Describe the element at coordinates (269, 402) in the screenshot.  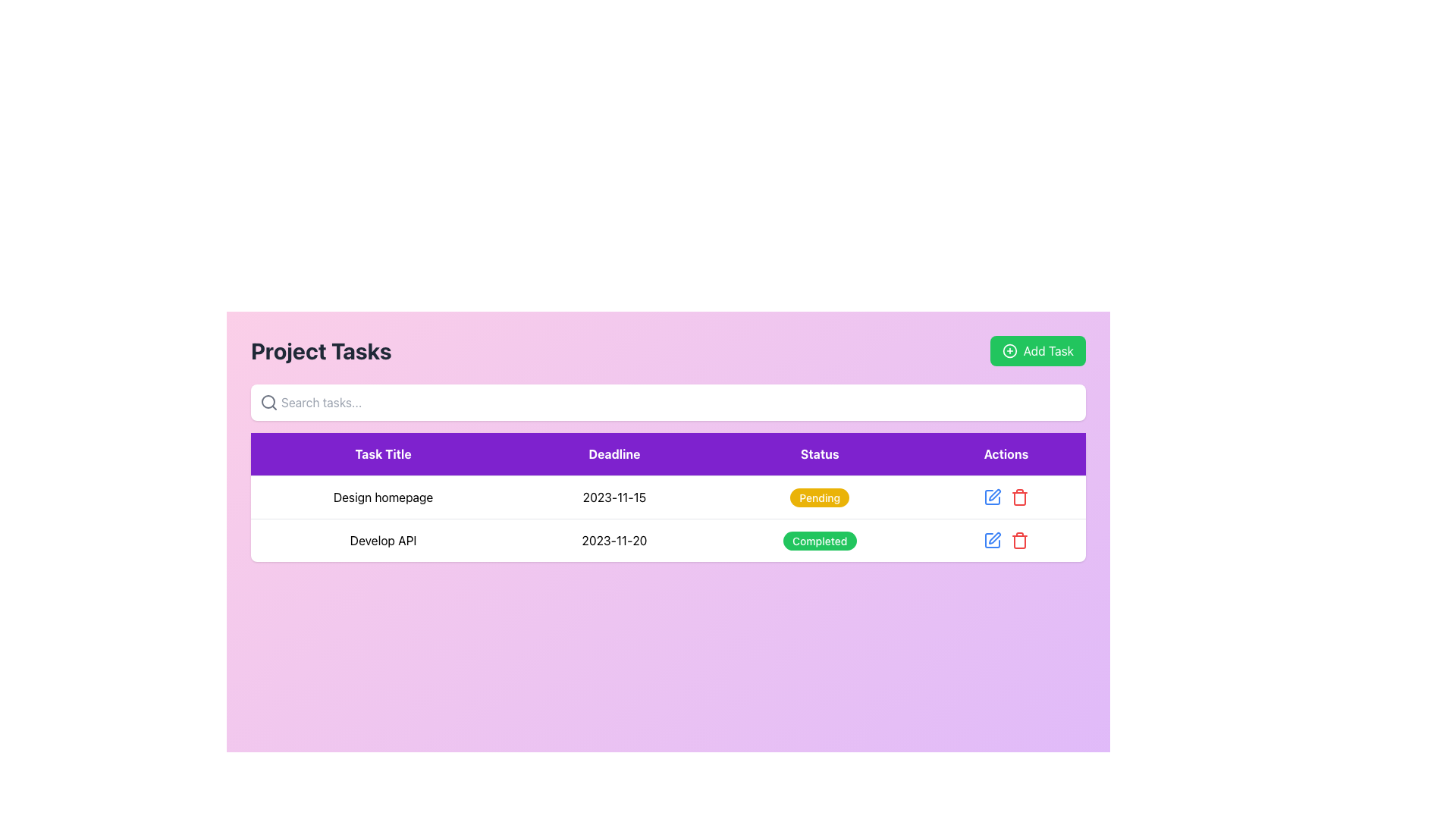
I see `the search icon resembling a magnifying glass located on the left side of the search input box labeled 'Search tasks...'` at that location.